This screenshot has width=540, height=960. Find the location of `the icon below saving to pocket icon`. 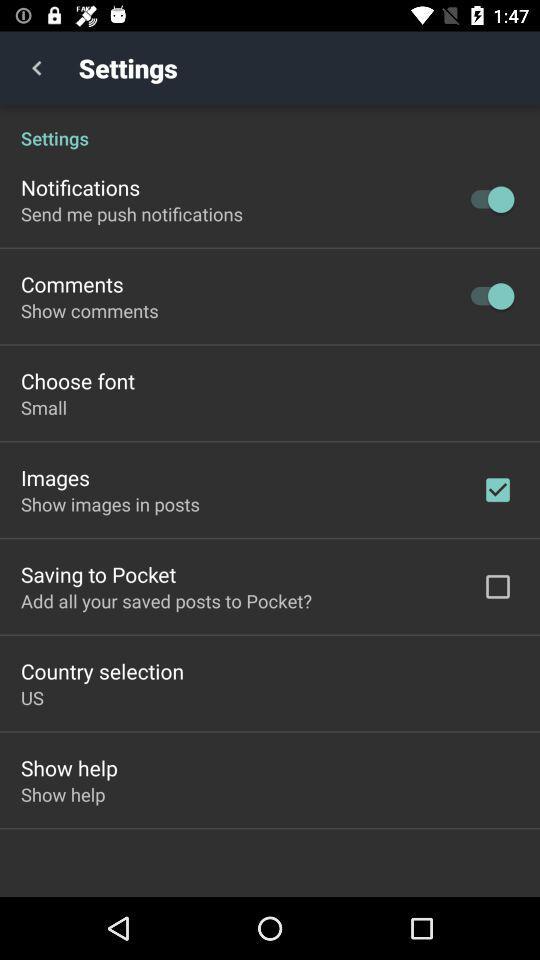

the icon below saving to pocket icon is located at coordinates (165, 600).